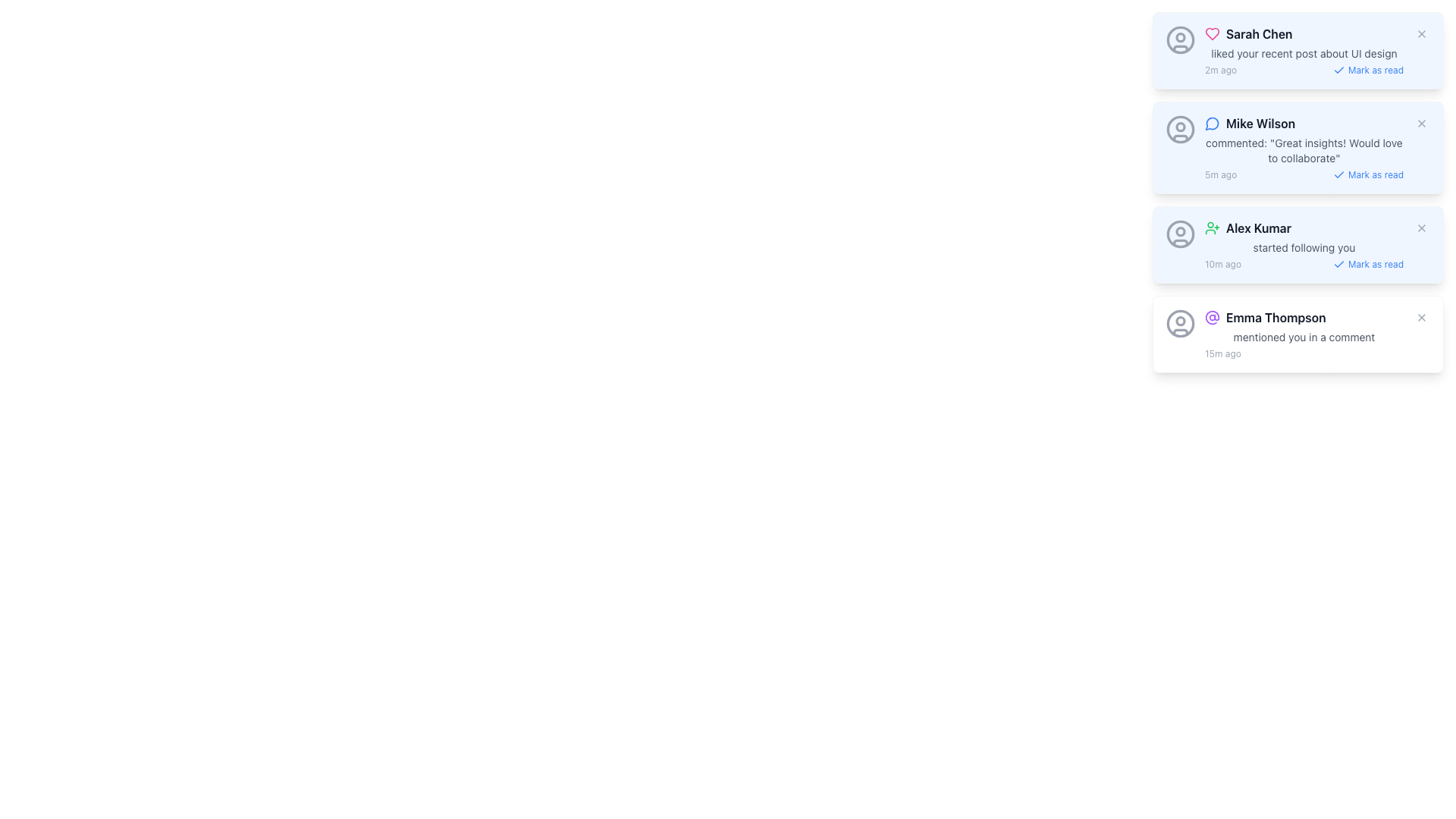  Describe the element at coordinates (1179, 242) in the screenshot. I see `the bottom arc of the SVG graphic that complements the profile icon in the notification interface for the 'Alex Kumar' notification entry` at that location.